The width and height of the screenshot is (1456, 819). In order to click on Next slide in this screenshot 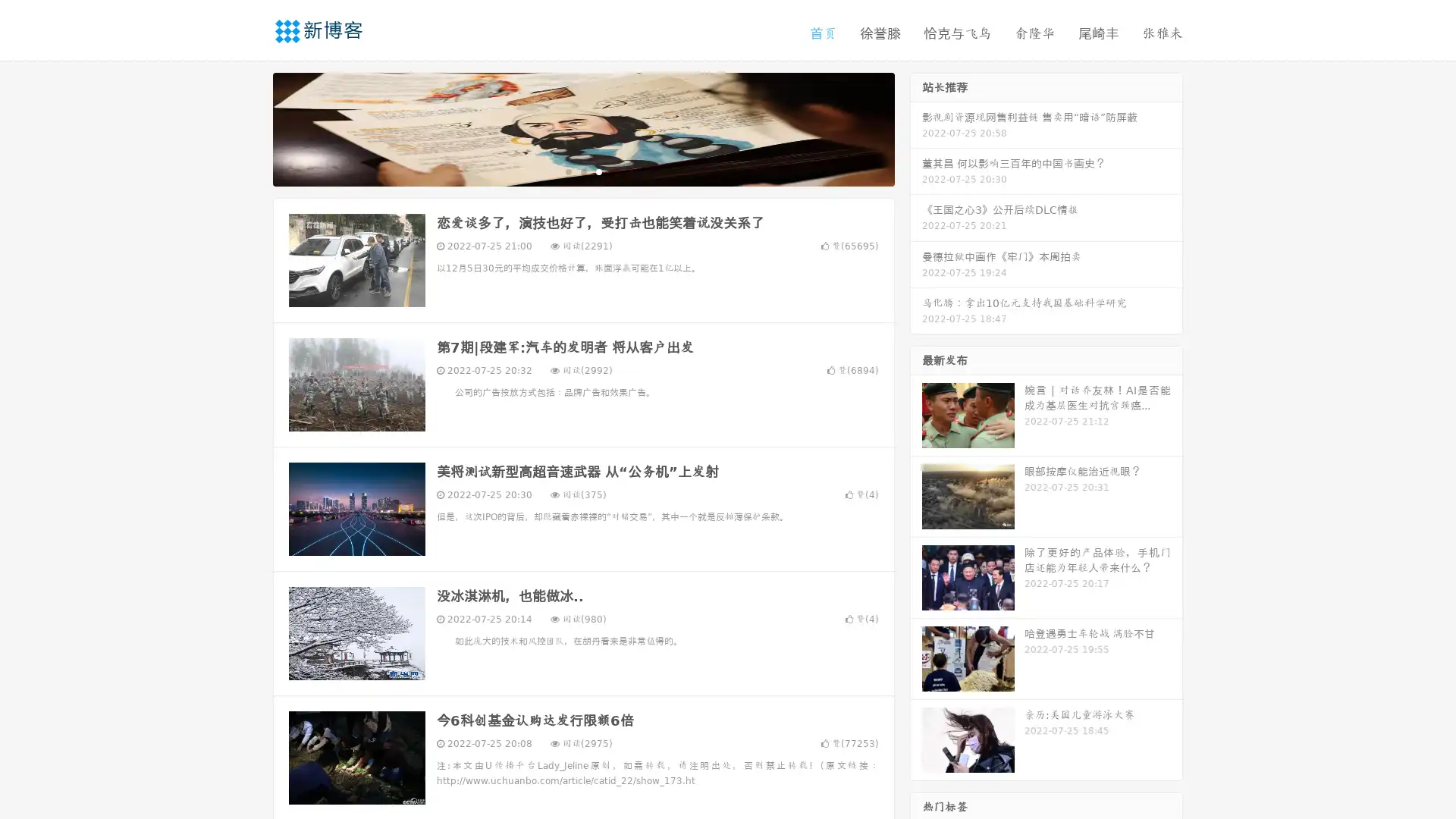, I will do `click(916, 127)`.